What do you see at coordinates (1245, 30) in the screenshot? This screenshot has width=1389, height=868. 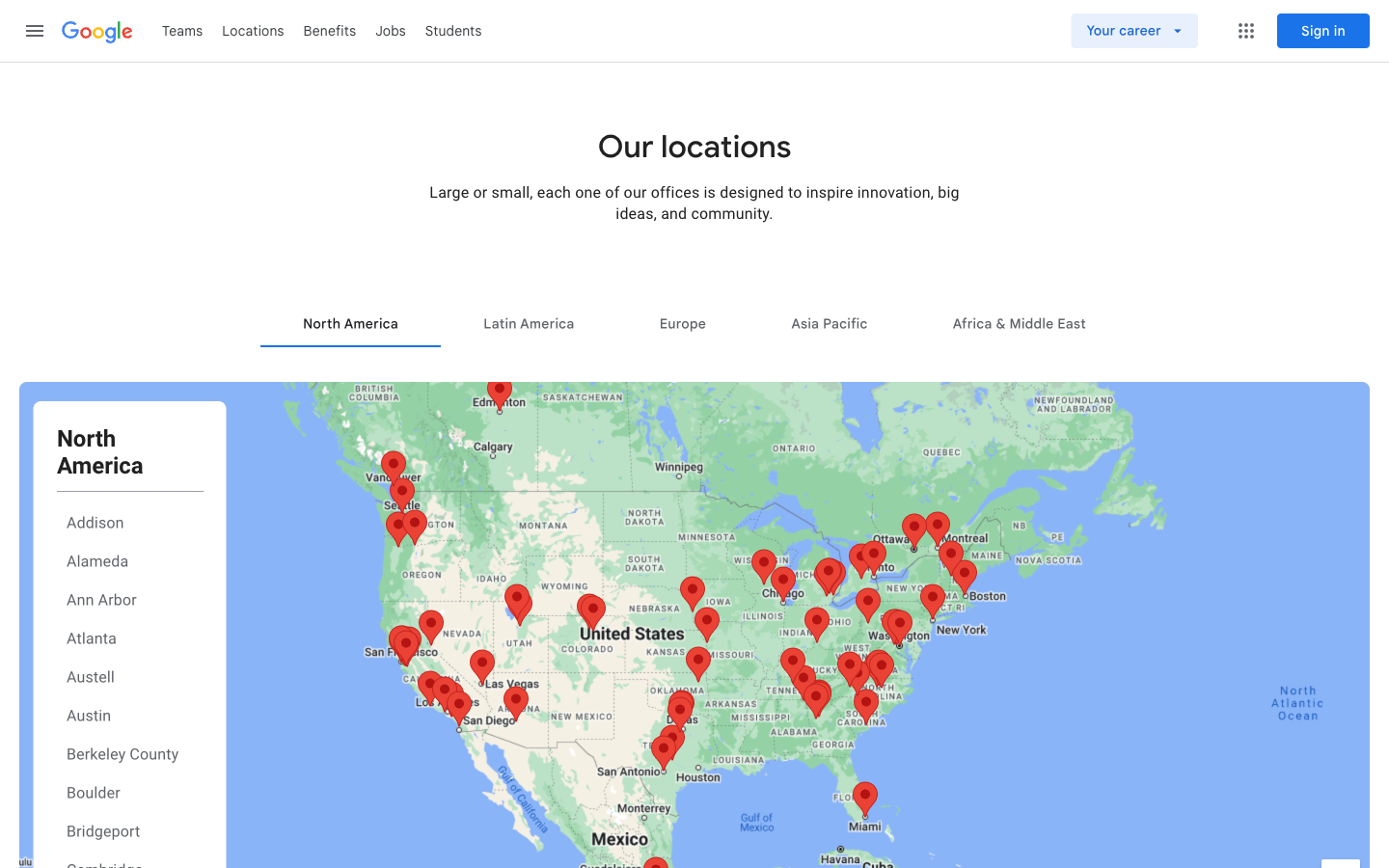 I see `Menu Bar` at bounding box center [1245, 30].